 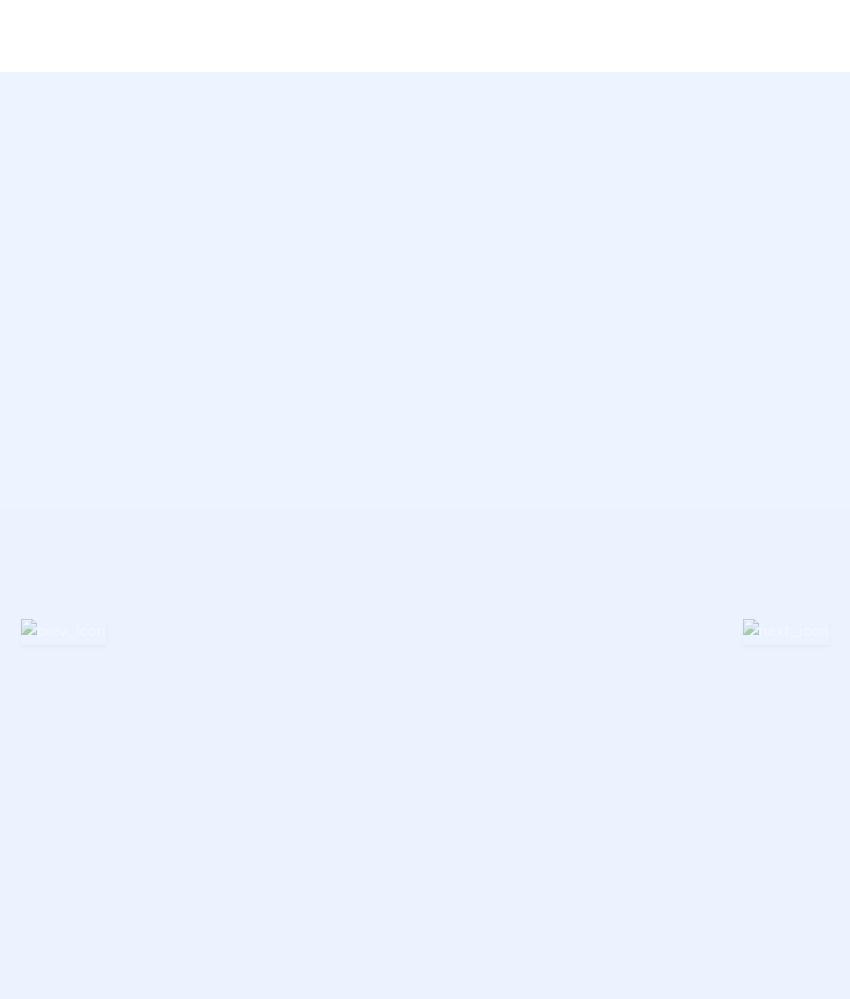 What do you see at coordinates (557, 101) in the screenshot?
I see `'Assess your understanding with daily MCQ tests'` at bounding box center [557, 101].